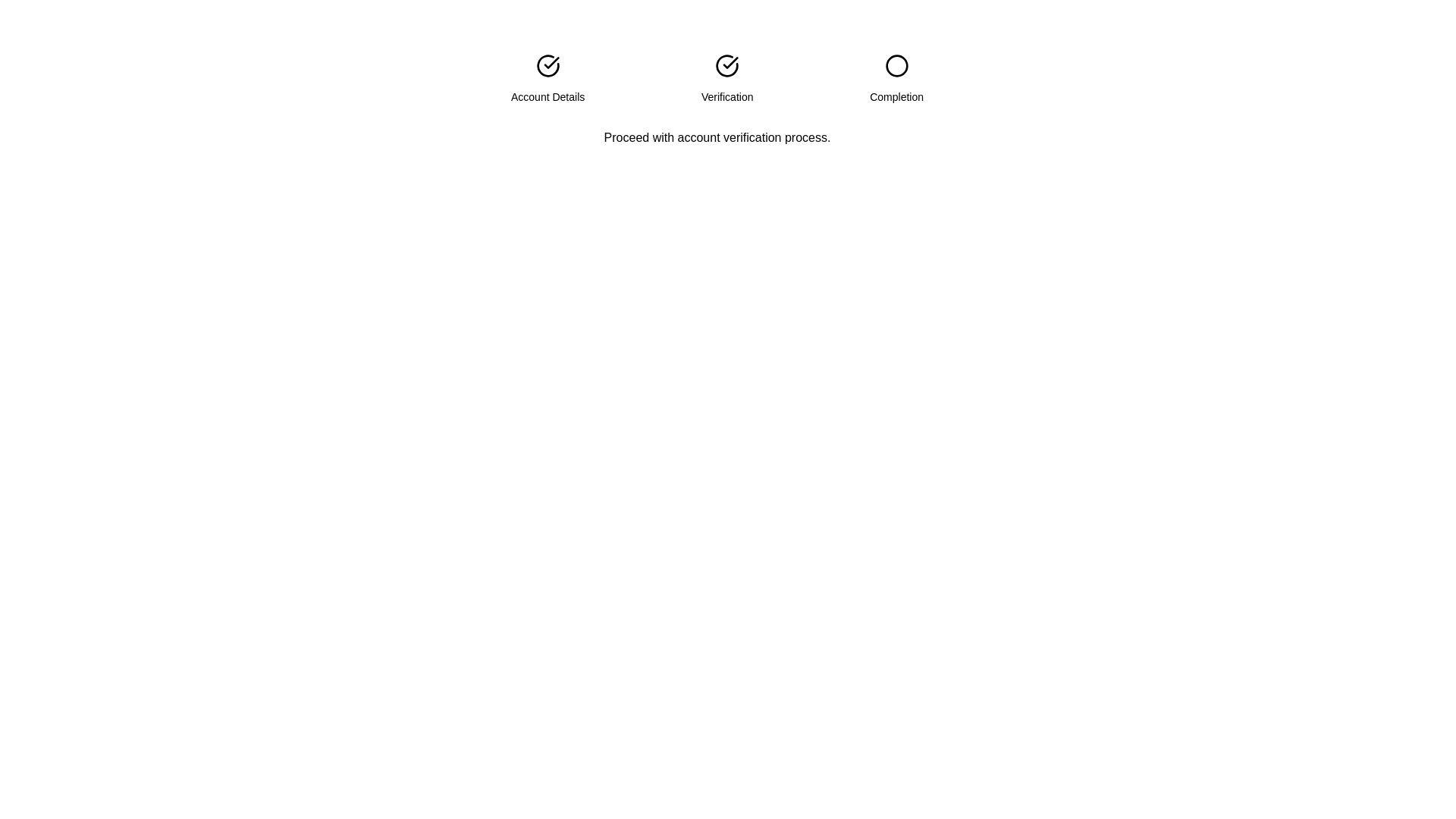 Image resolution: width=1456 pixels, height=819 pixels. What do you see at coordinates (896, 96) in the screenshot?
I see `the 'Completion' text label, which is the third label in a sequence of step indicators, positioned under the circular progress indicator for the completion step` at bounding box center [896, 96].